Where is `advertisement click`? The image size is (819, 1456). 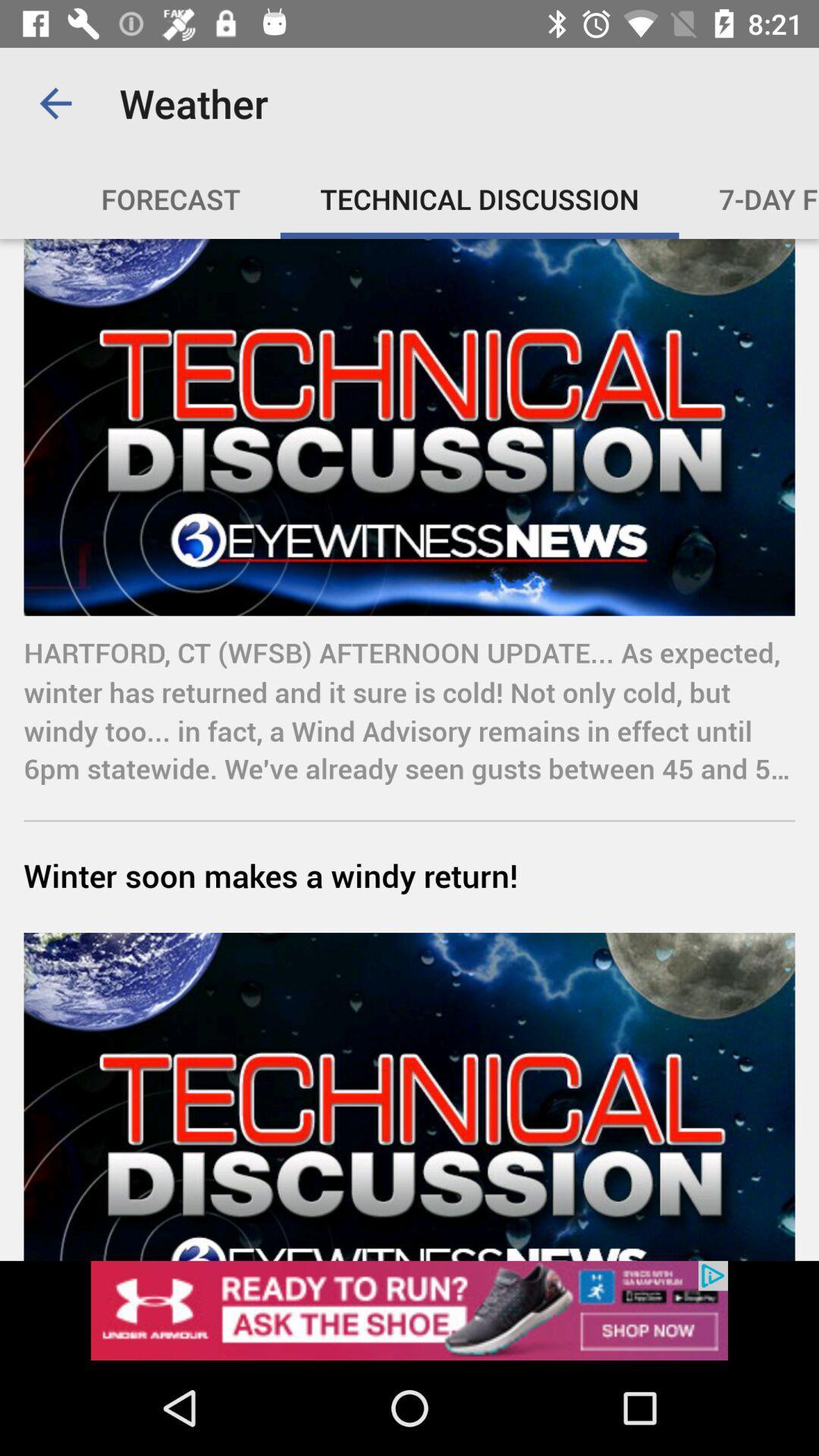 advertisement click is located at coordinates (409, 1310).